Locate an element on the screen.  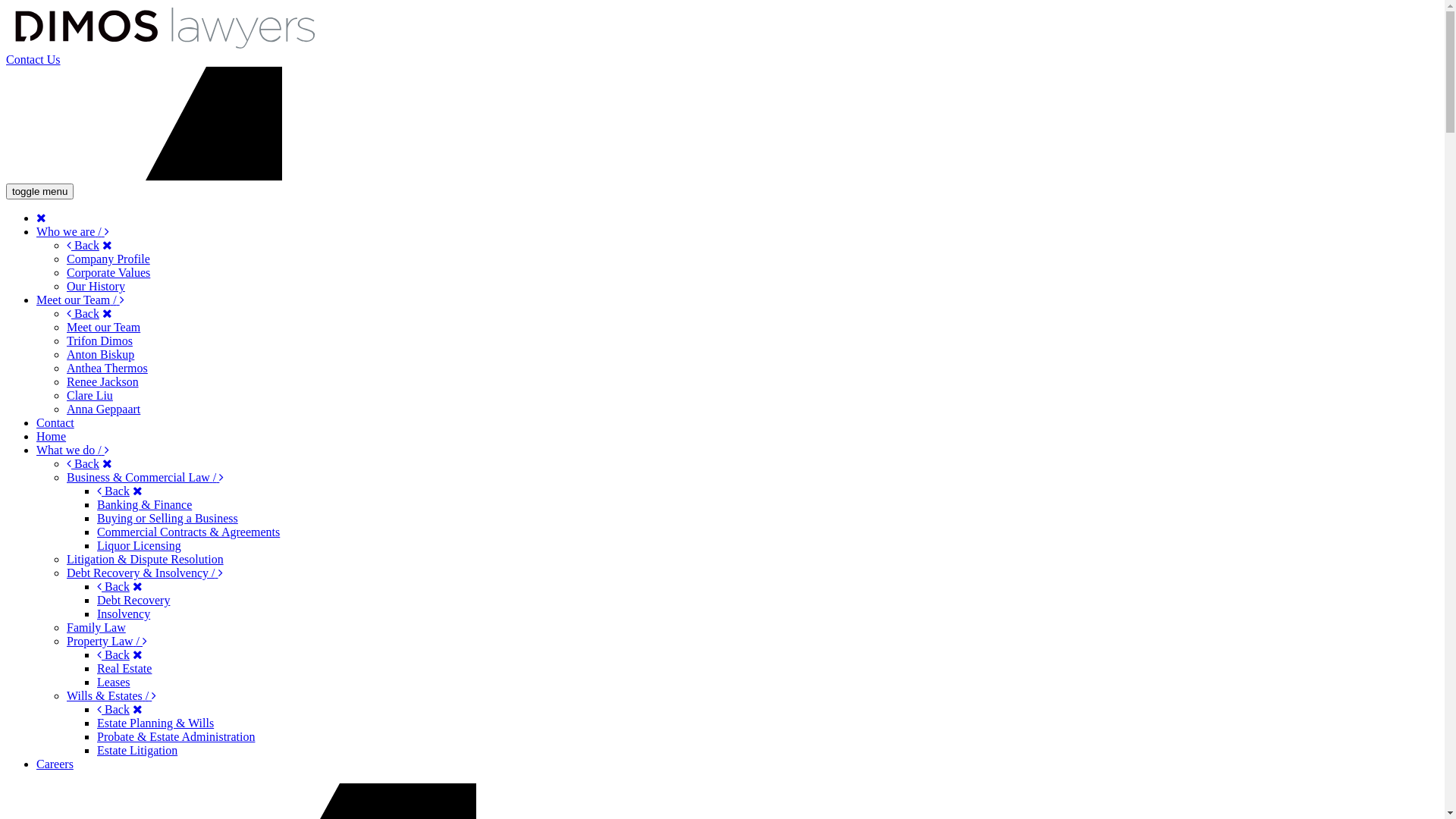
'Trifon Dimos' is located at coordinates (65, 340).